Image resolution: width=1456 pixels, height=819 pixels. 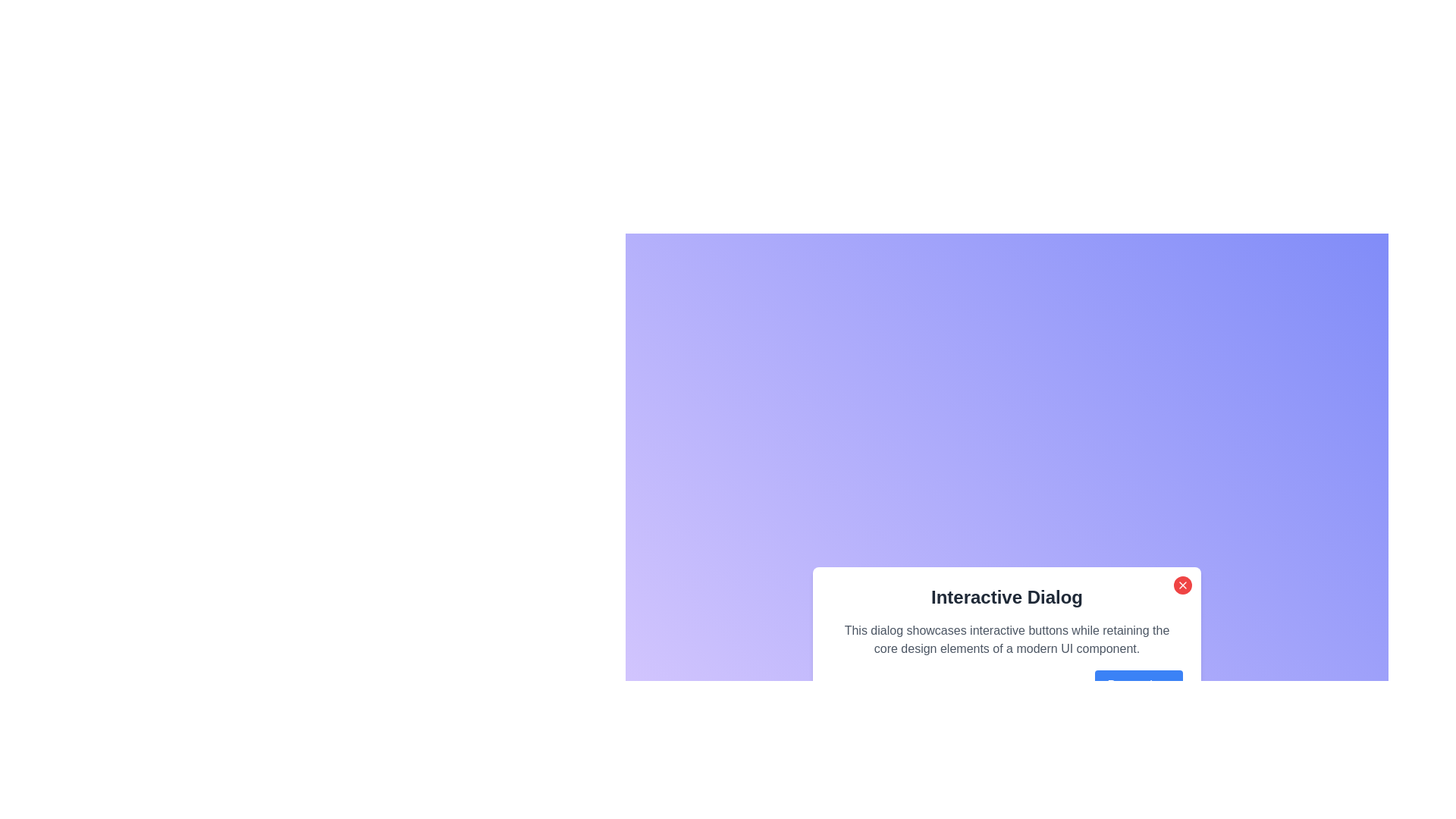 I want to click on the 'Proceed' button located at the bottom-right corner of the dialog box to initiate the continuation action, so click(x=1139, y=685).